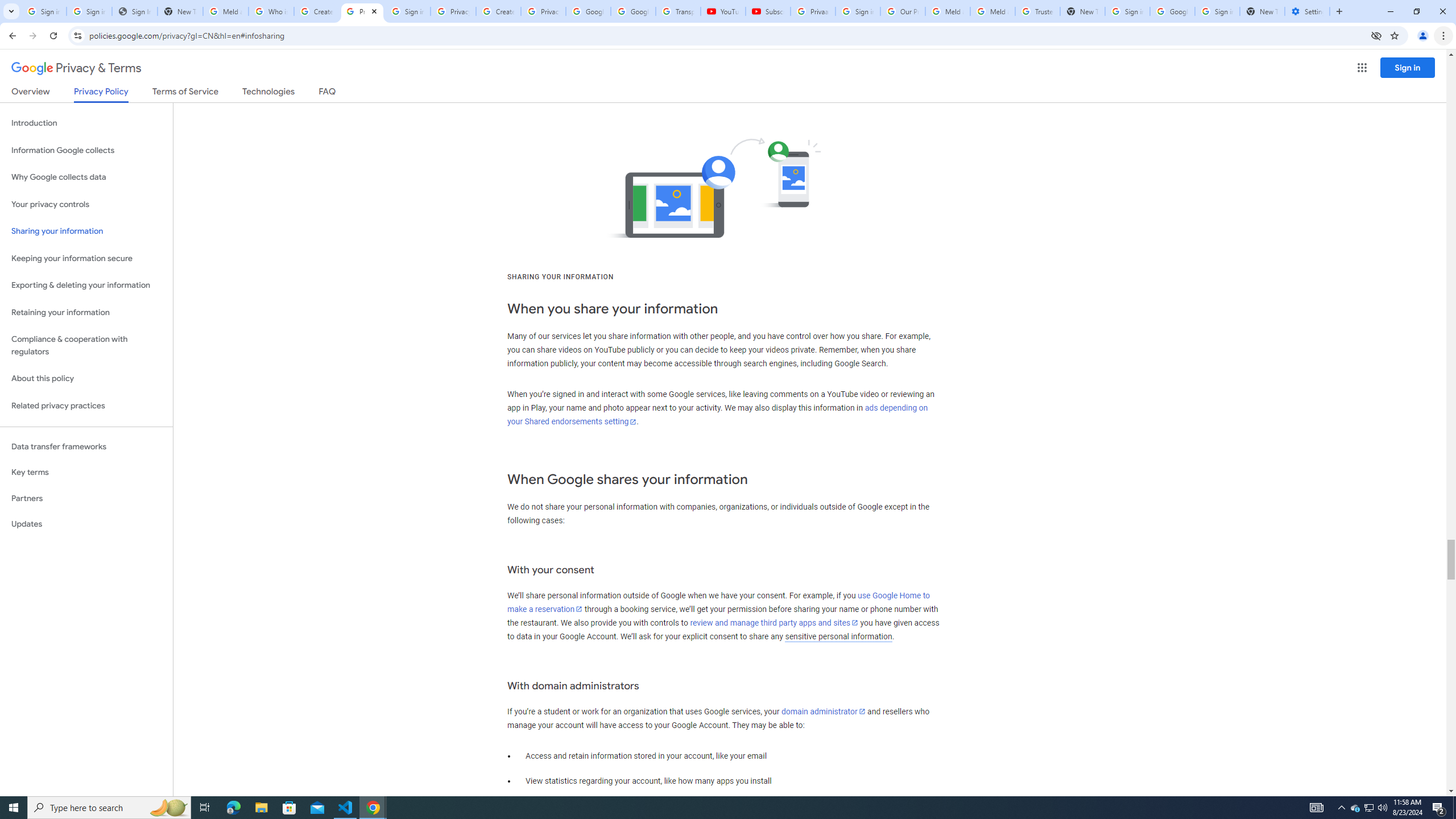 This screenshot has width=1456, height=819. I want to click on 'ads depending on your Shared endorsements setting', so click(717, 415).